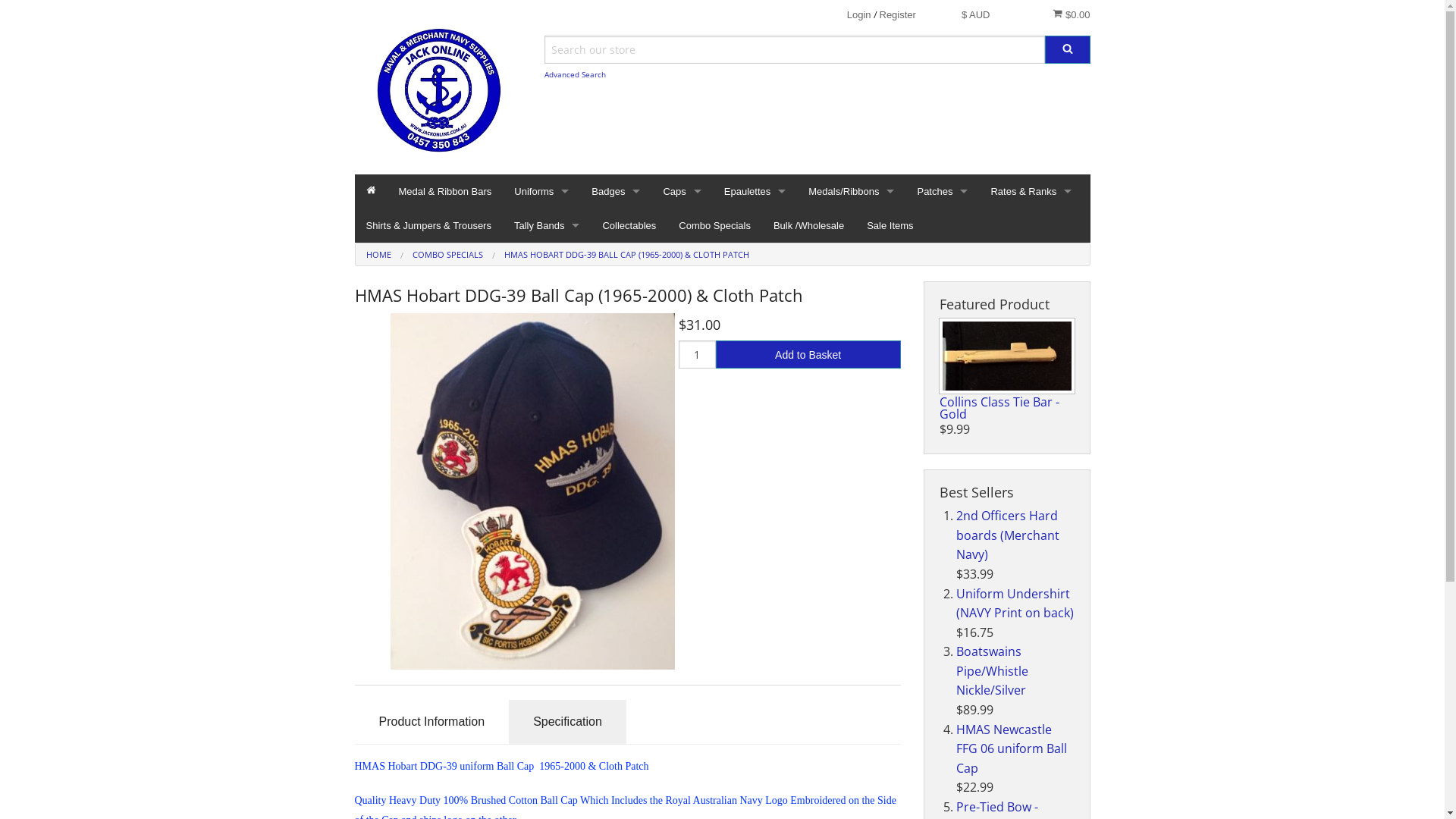 This screenshot has width=1456, height=819. I want to click on 'Patches', so click(905, 190).